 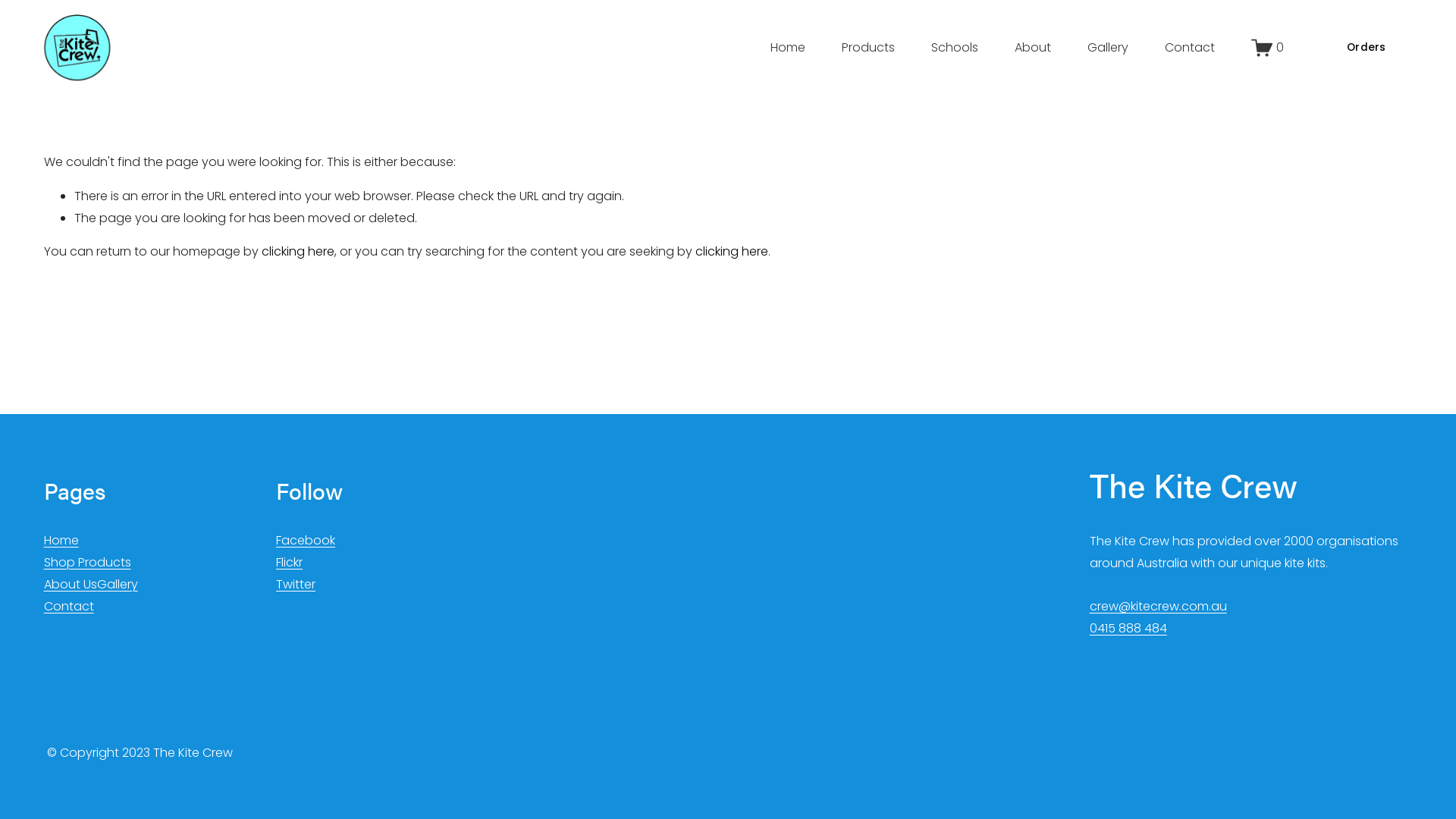 What do you see at coordinates (868, 46) in the screenshot?
I see `'Products'` at bounding box center [868, 46].